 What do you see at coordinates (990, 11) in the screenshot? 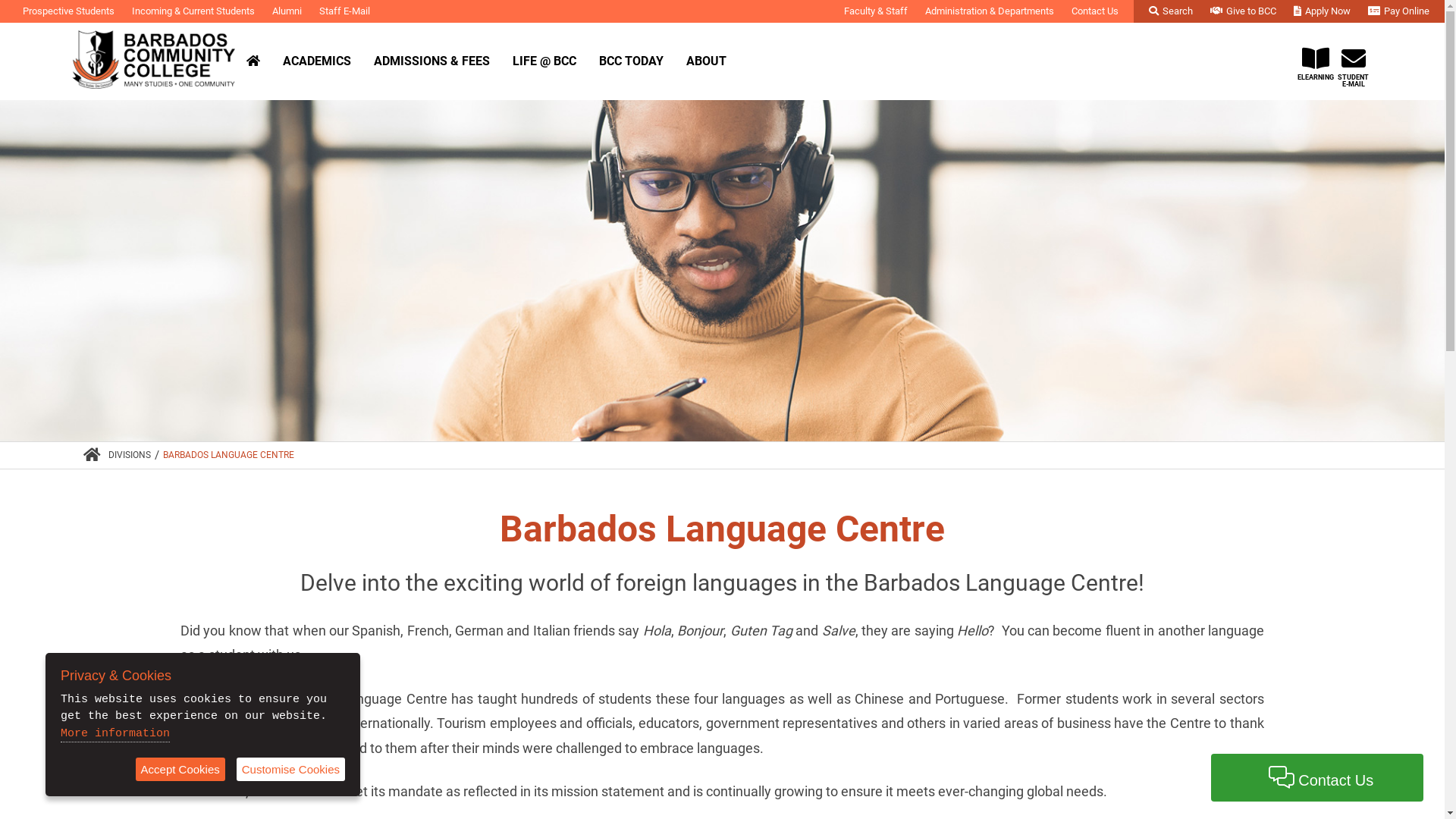
I see `'Administration & Departments'` at bounding box center [990, 11].